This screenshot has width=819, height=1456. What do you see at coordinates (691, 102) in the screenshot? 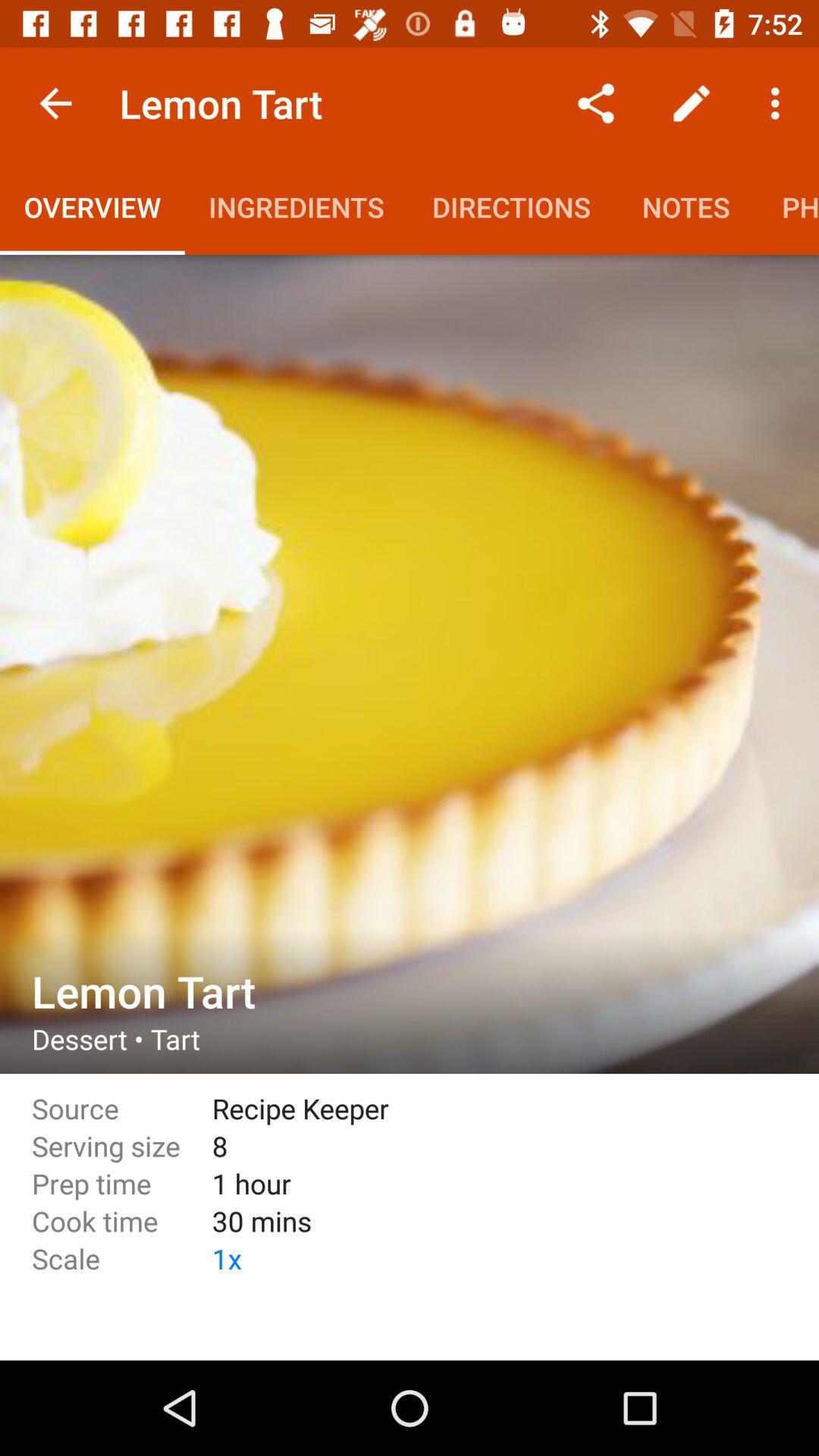
I see `the item above the notes icon` at bounding box center [691, 102].